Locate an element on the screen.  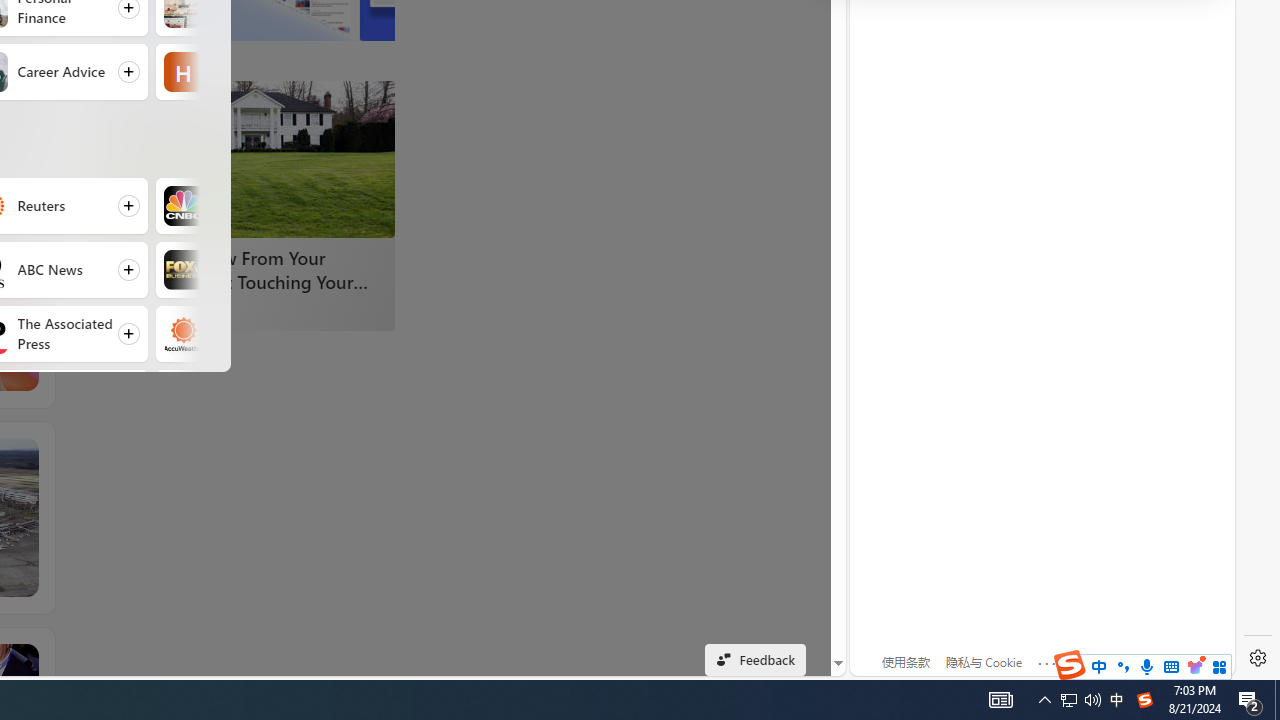
'Settings' is located at coordinates (1257, 658).